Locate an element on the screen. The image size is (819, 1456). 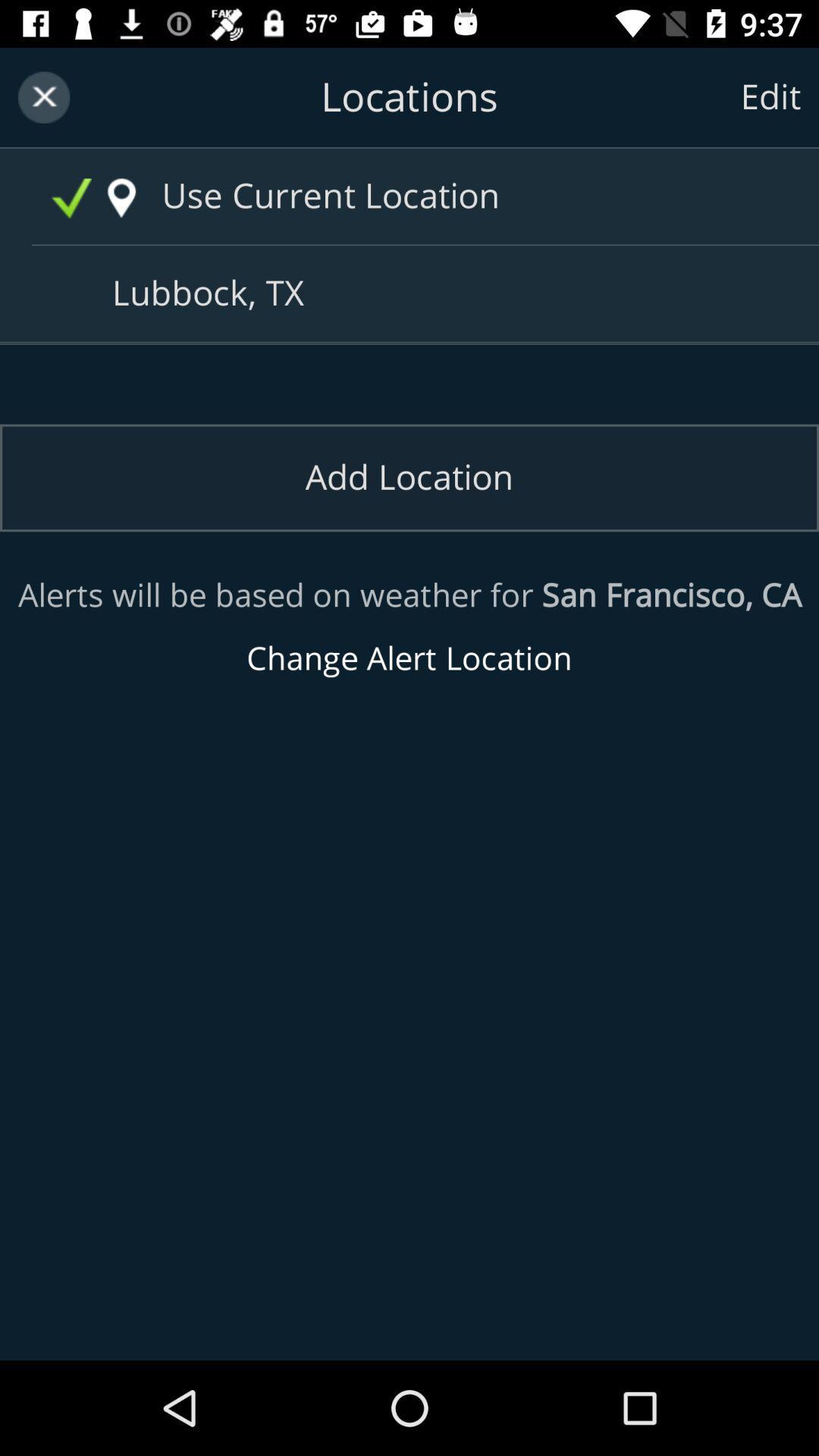
the text to the right of location icon is located at coordinates (441, 196).